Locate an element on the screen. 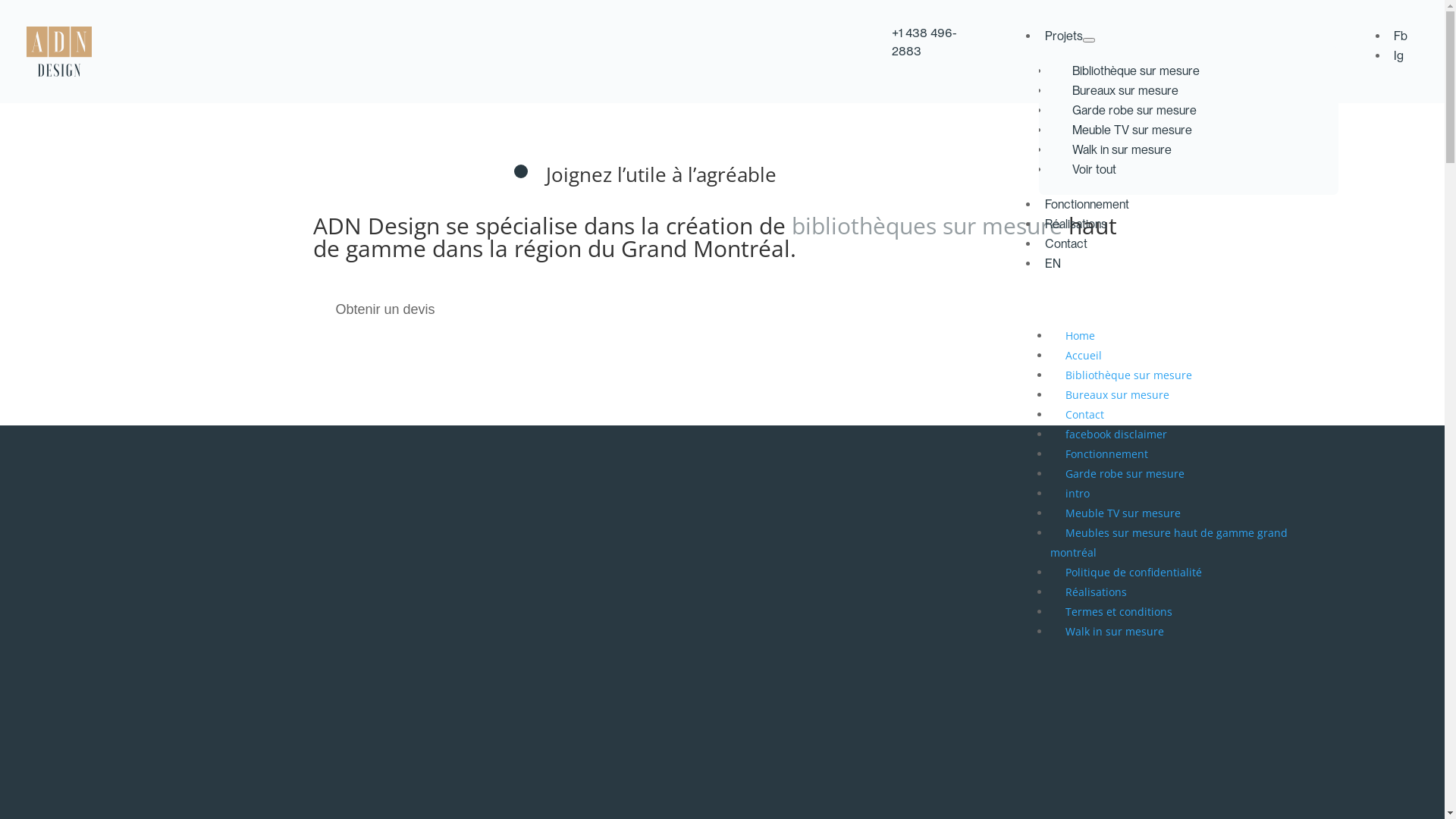 The image size is (1456, 819). 'Home' is located at coordinates (1079, 334).